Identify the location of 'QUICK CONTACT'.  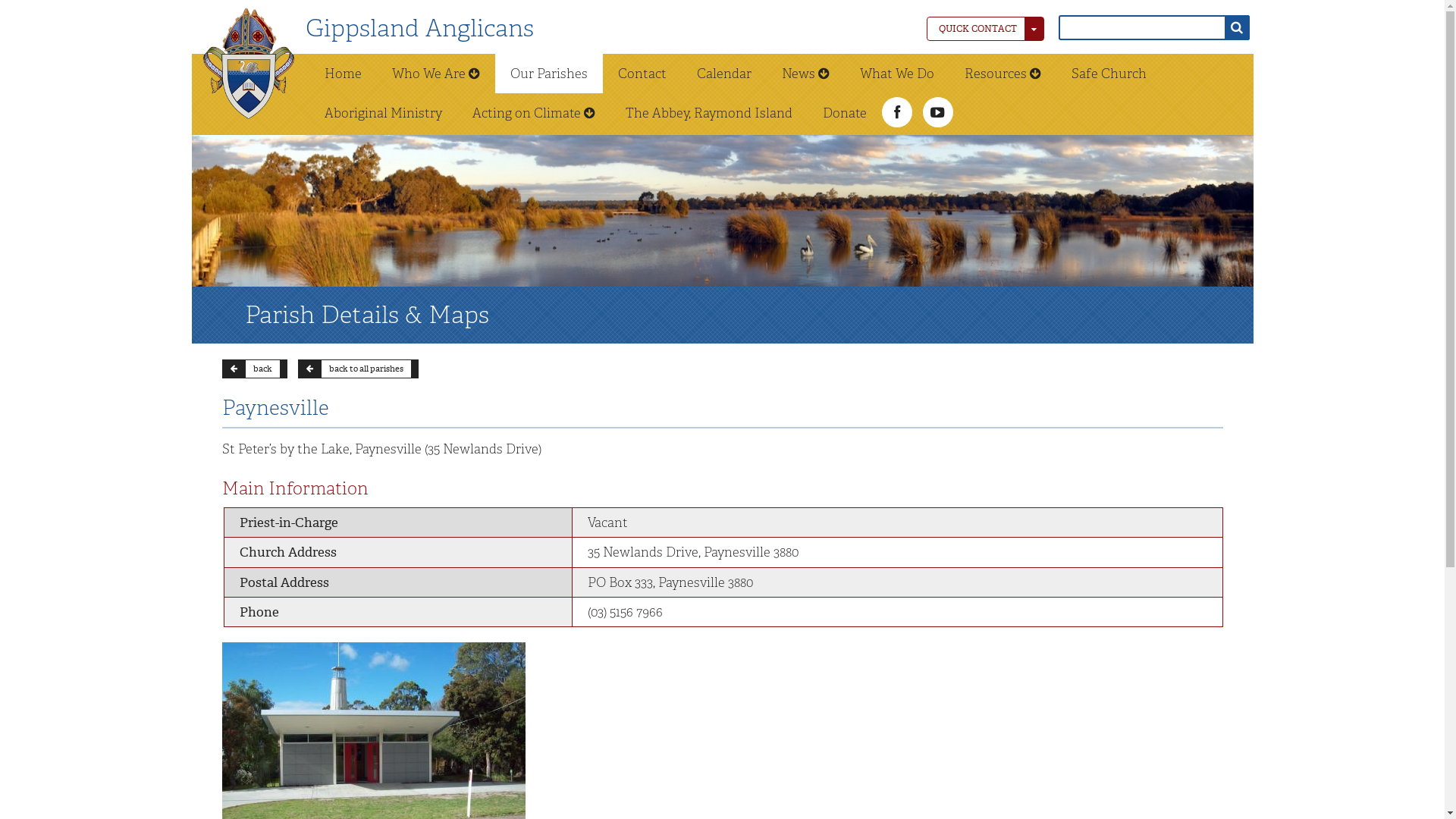
(926, 29).